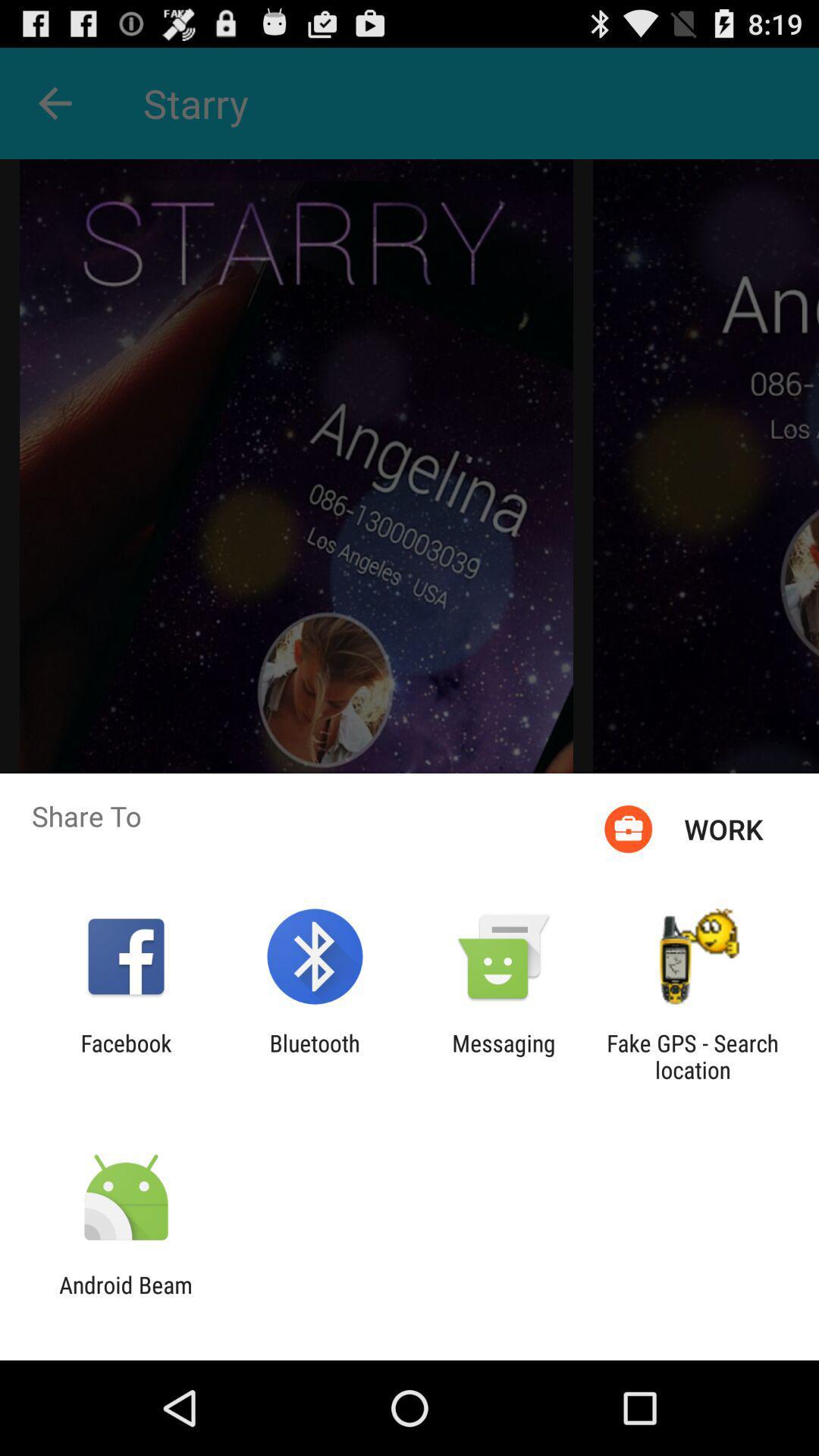 This screenshot has width=819, height=1456. What do you see at coordinates (504, 1056) in the screenshot?
I see `the app next to the fake gps search item` at bounding box center [504, 1056].